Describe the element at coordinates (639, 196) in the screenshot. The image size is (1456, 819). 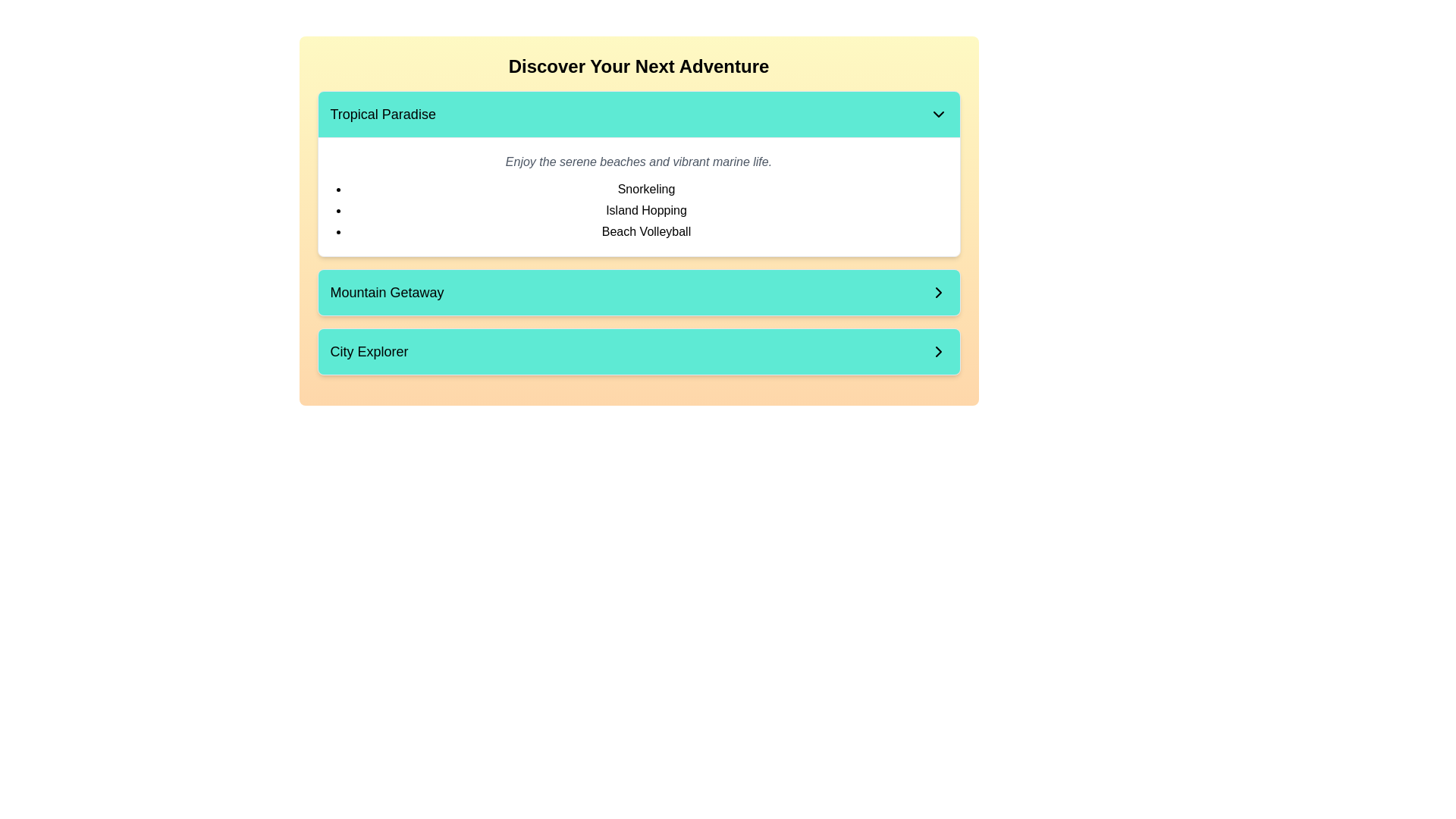
I see `the content block that provides details and a list of activities related to the 'Tropical Paradise' theme, located in the second section of the panel below the header 'Tropical Paradise'` at that location.